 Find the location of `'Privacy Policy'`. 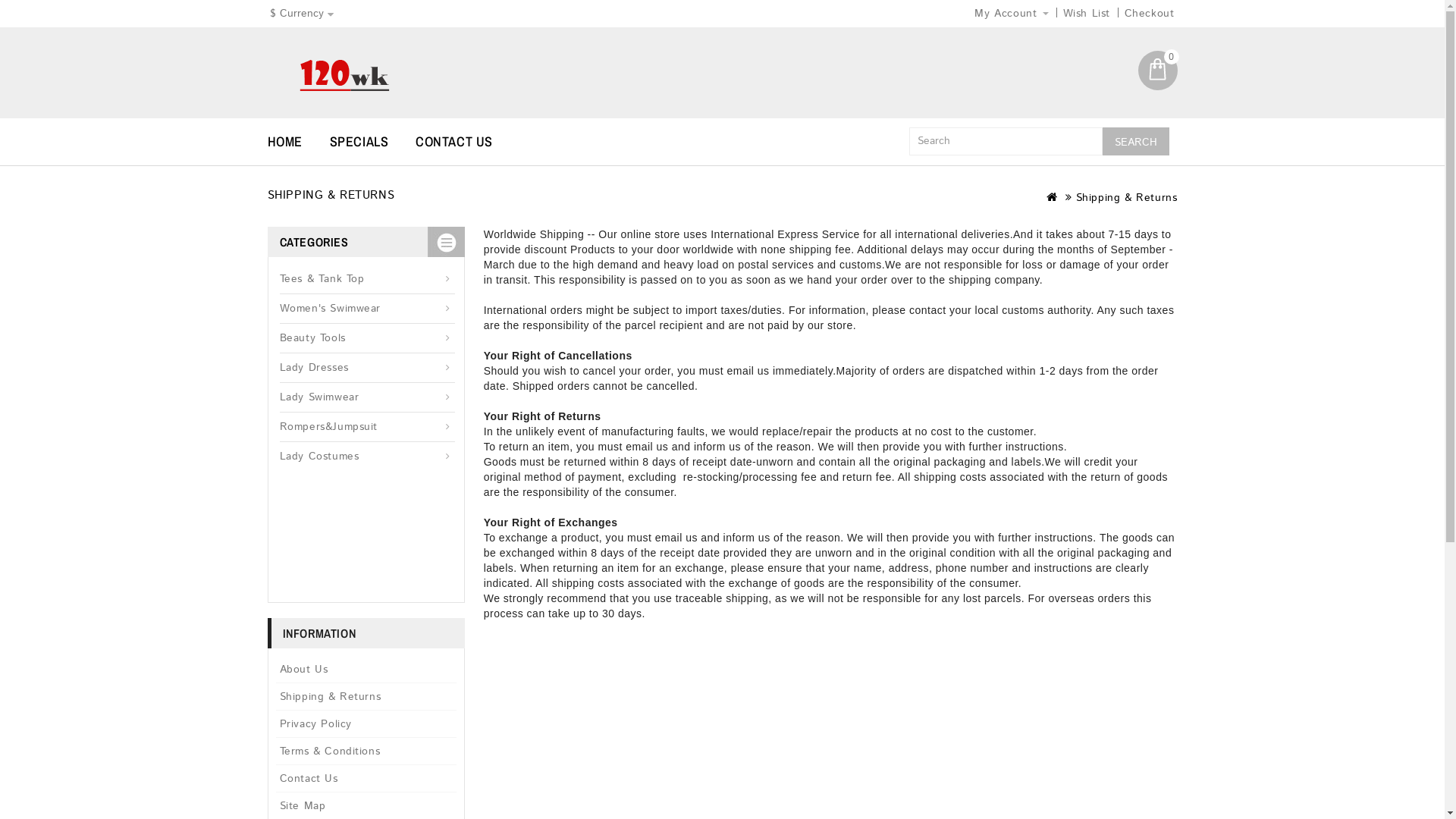

'Privacy Policy' is located at coordinates (276, 723).